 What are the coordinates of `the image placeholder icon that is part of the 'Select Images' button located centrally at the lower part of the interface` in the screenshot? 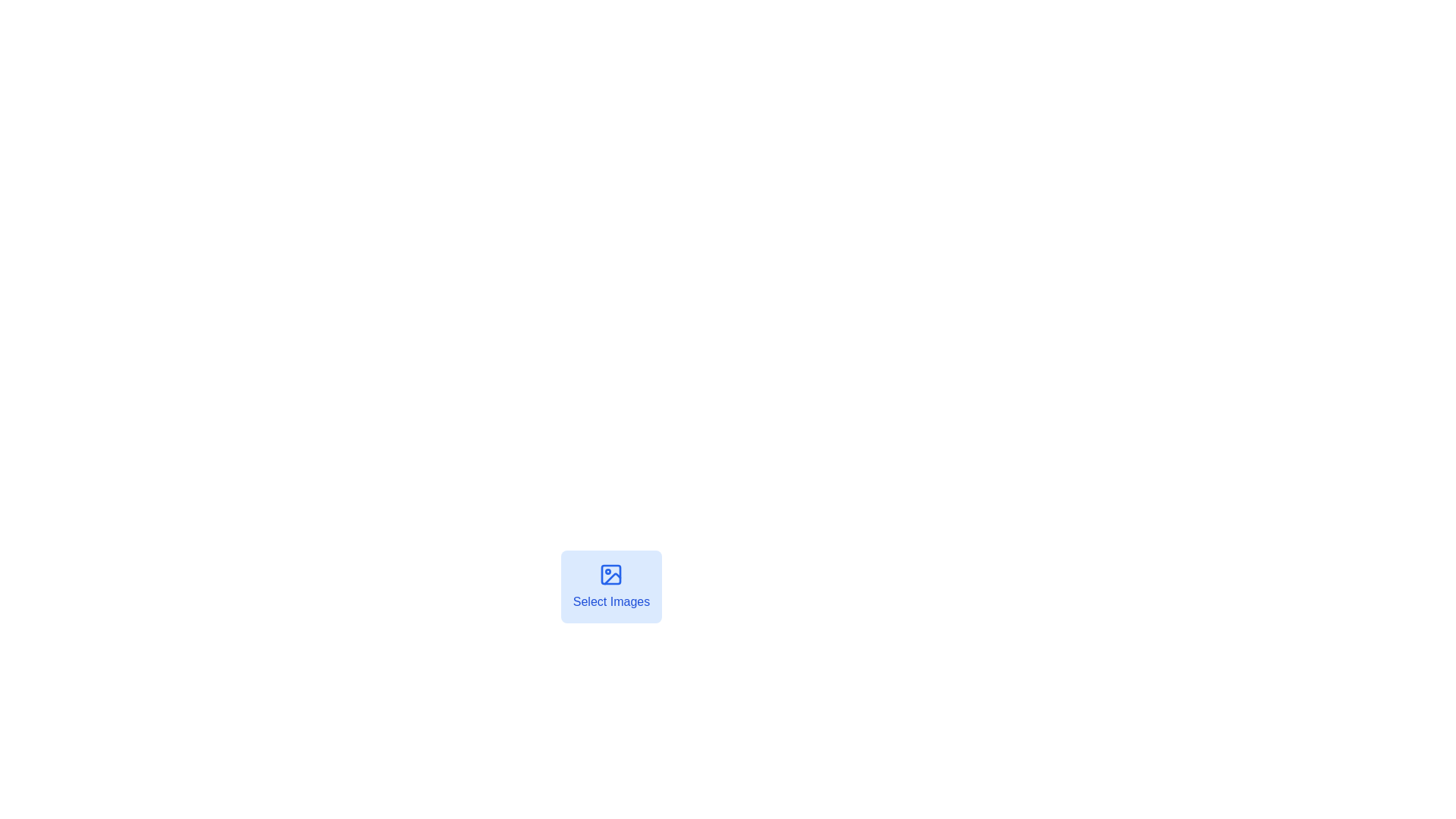 It's located at (611, 575).